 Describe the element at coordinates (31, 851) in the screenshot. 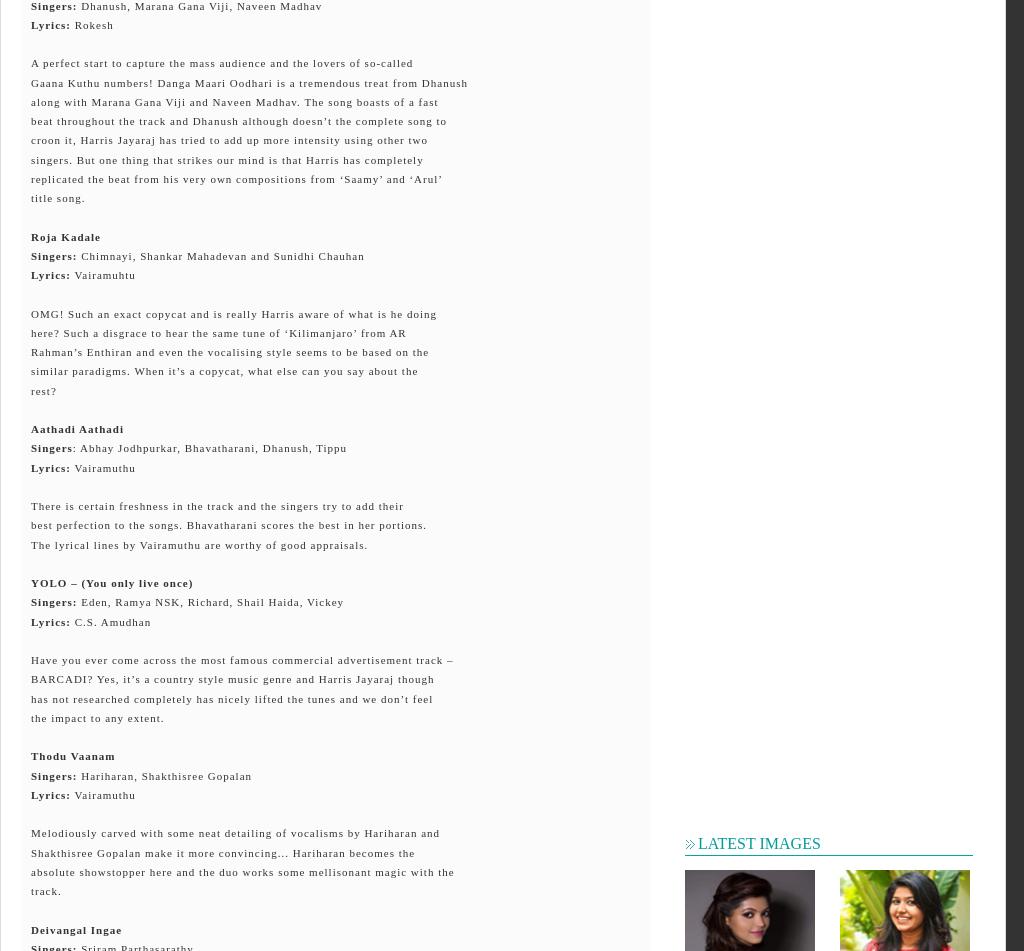

I see `'Shakthisree Gopalan make it more convincing... Hariharan becomes the'` at that location.